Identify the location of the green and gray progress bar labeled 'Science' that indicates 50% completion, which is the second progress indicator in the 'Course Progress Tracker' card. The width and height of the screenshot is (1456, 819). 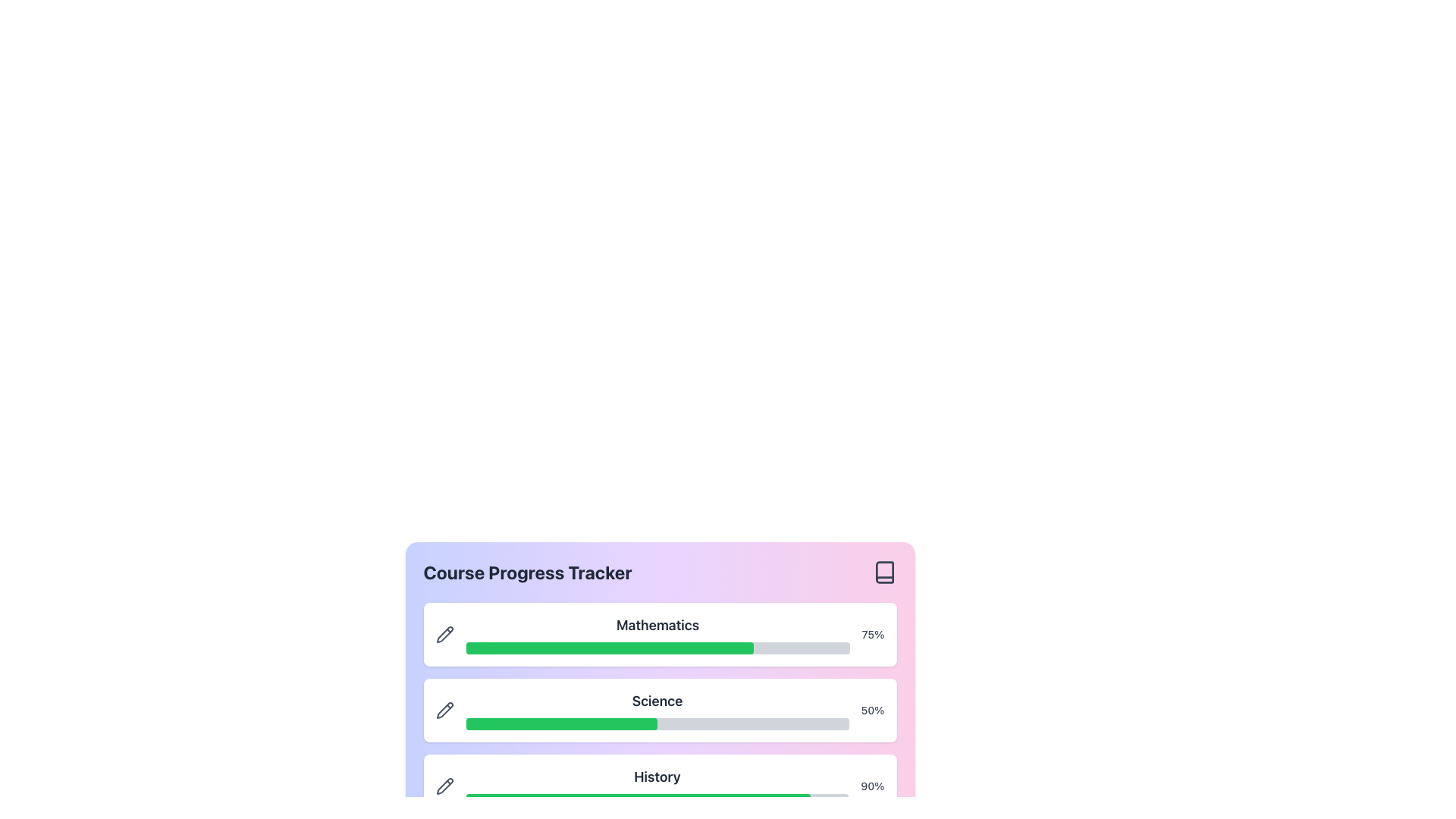
(660, 711).